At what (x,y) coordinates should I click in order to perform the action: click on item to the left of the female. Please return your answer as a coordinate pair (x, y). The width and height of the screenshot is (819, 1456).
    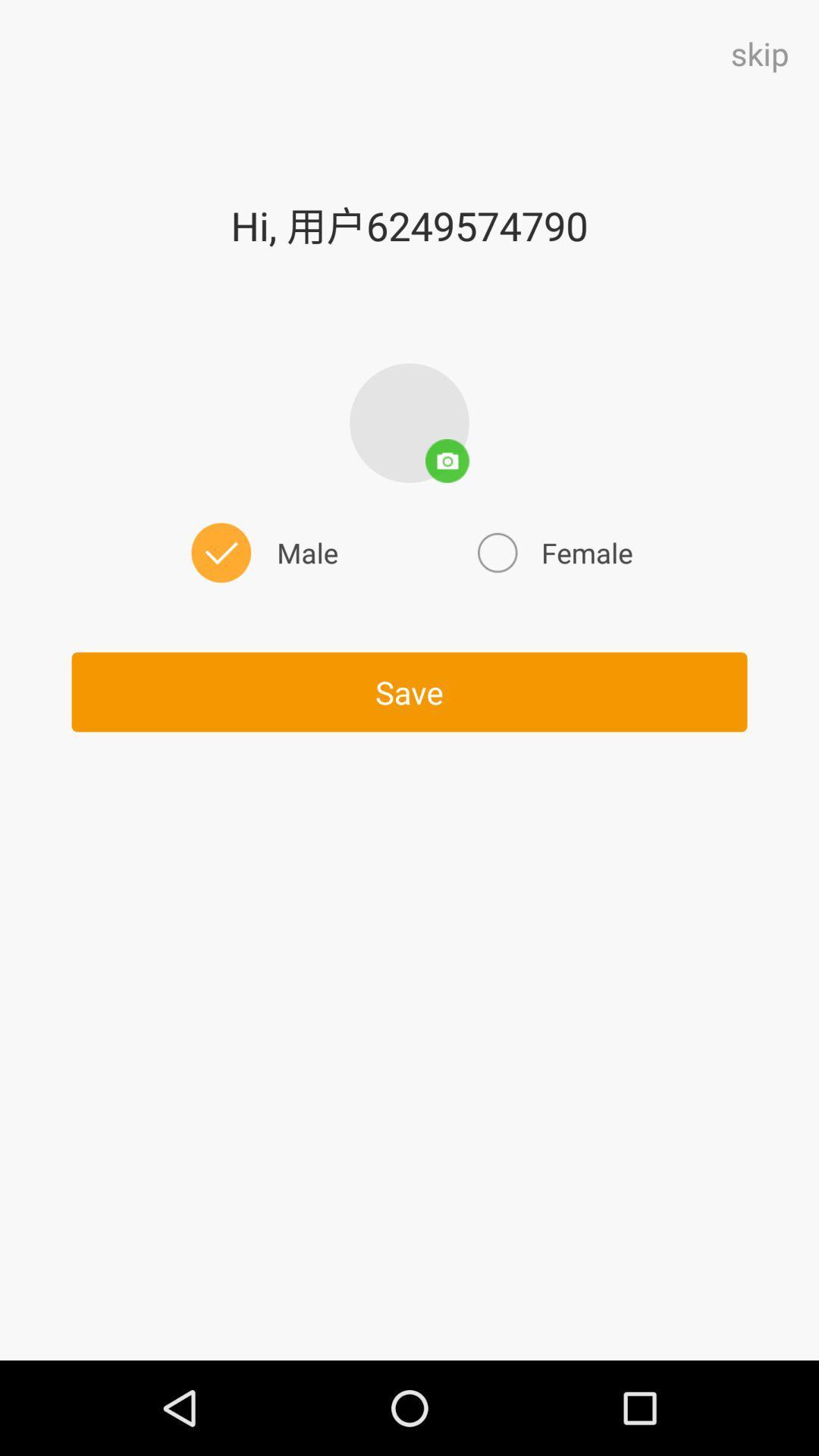
    Looking at the image, I should click on (261, 552).